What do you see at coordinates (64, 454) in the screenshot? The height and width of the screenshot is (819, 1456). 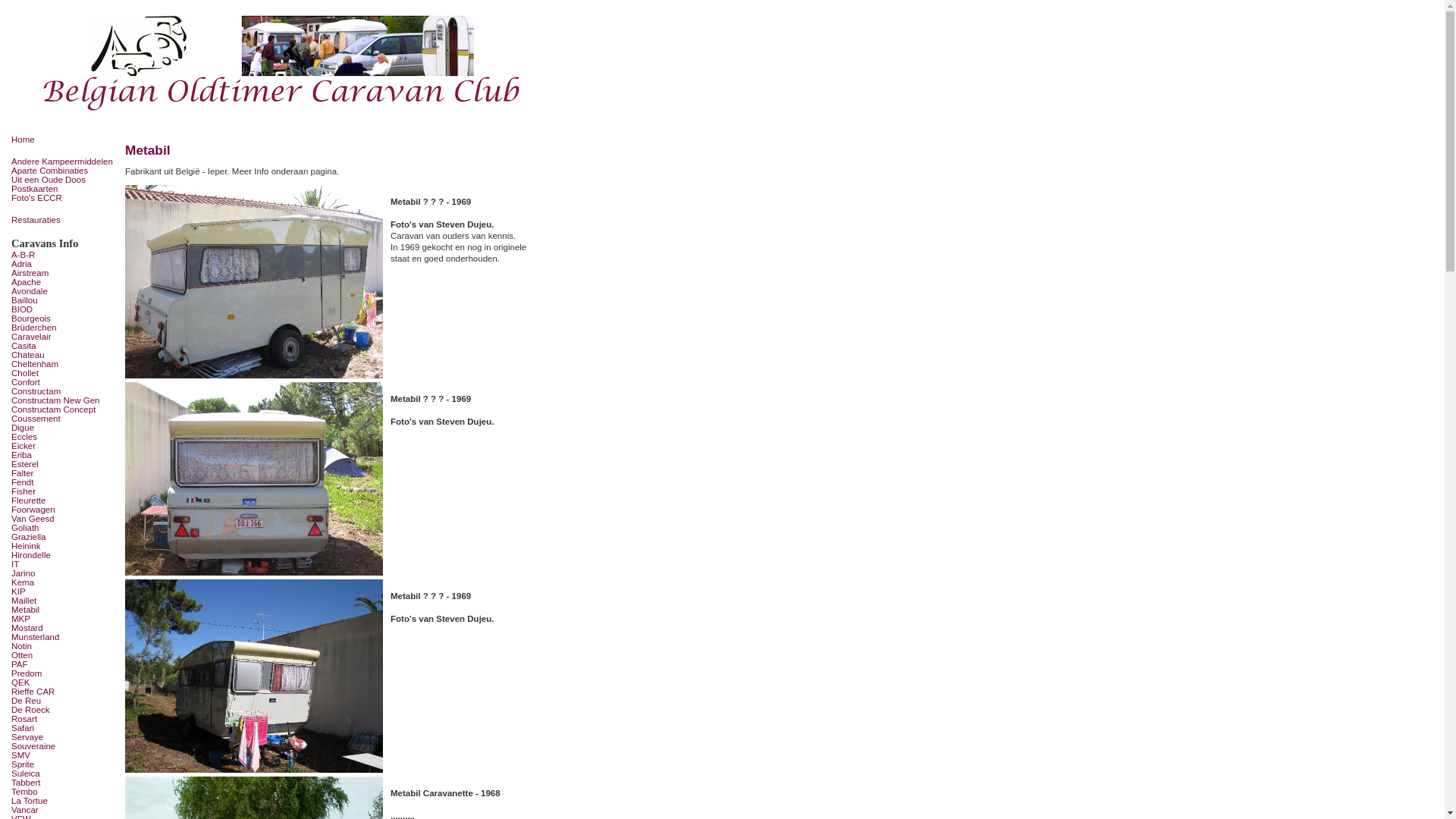 I see `'Eriba'` at bounding box center [64, 454].